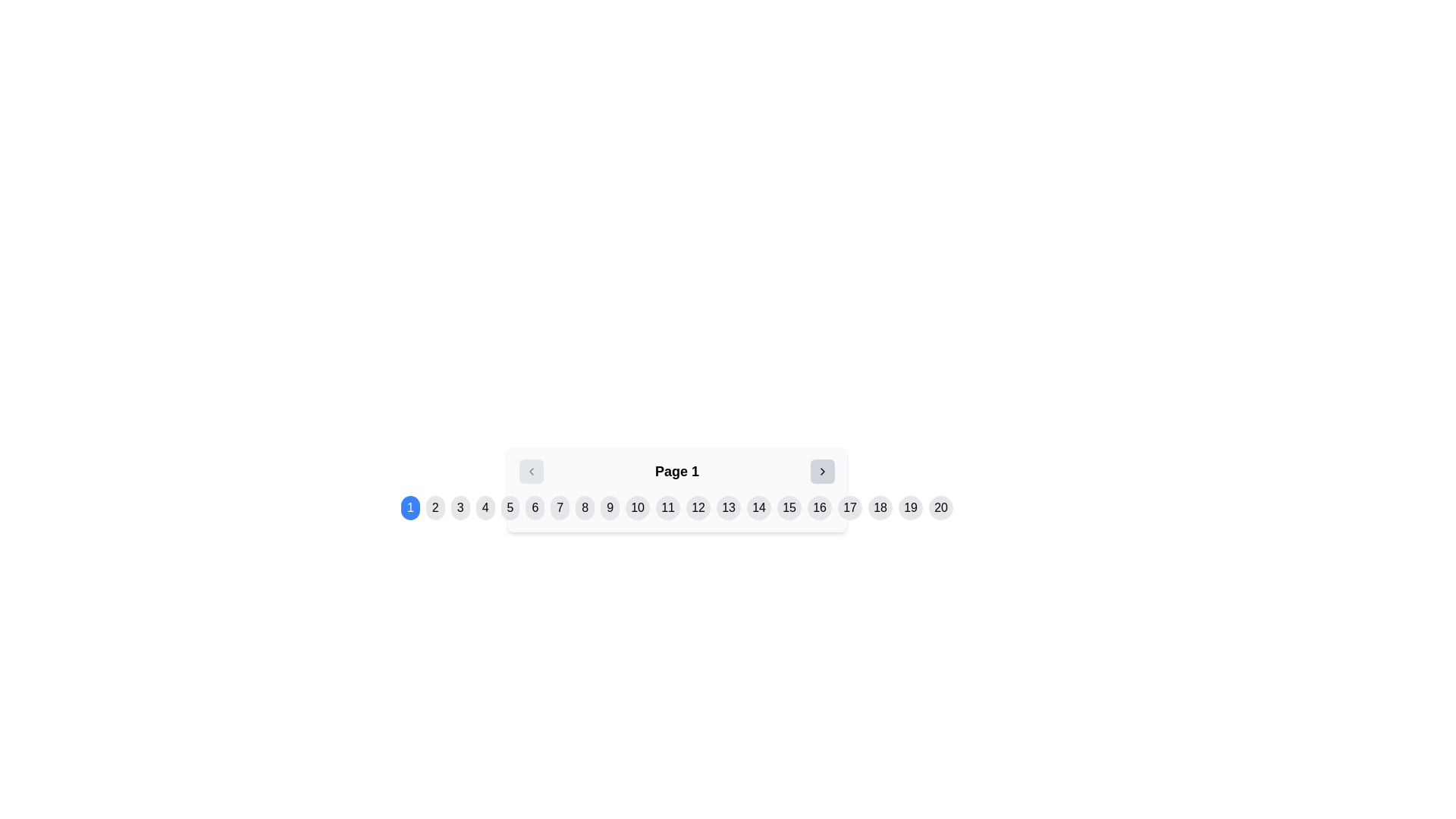 The height and width of the screenshot is (819, 1456). What do you see at coordinates (485, 508) in the screenshot?
I see `the fourth pagination button labeled '4'` at bounding box center [485, 508].